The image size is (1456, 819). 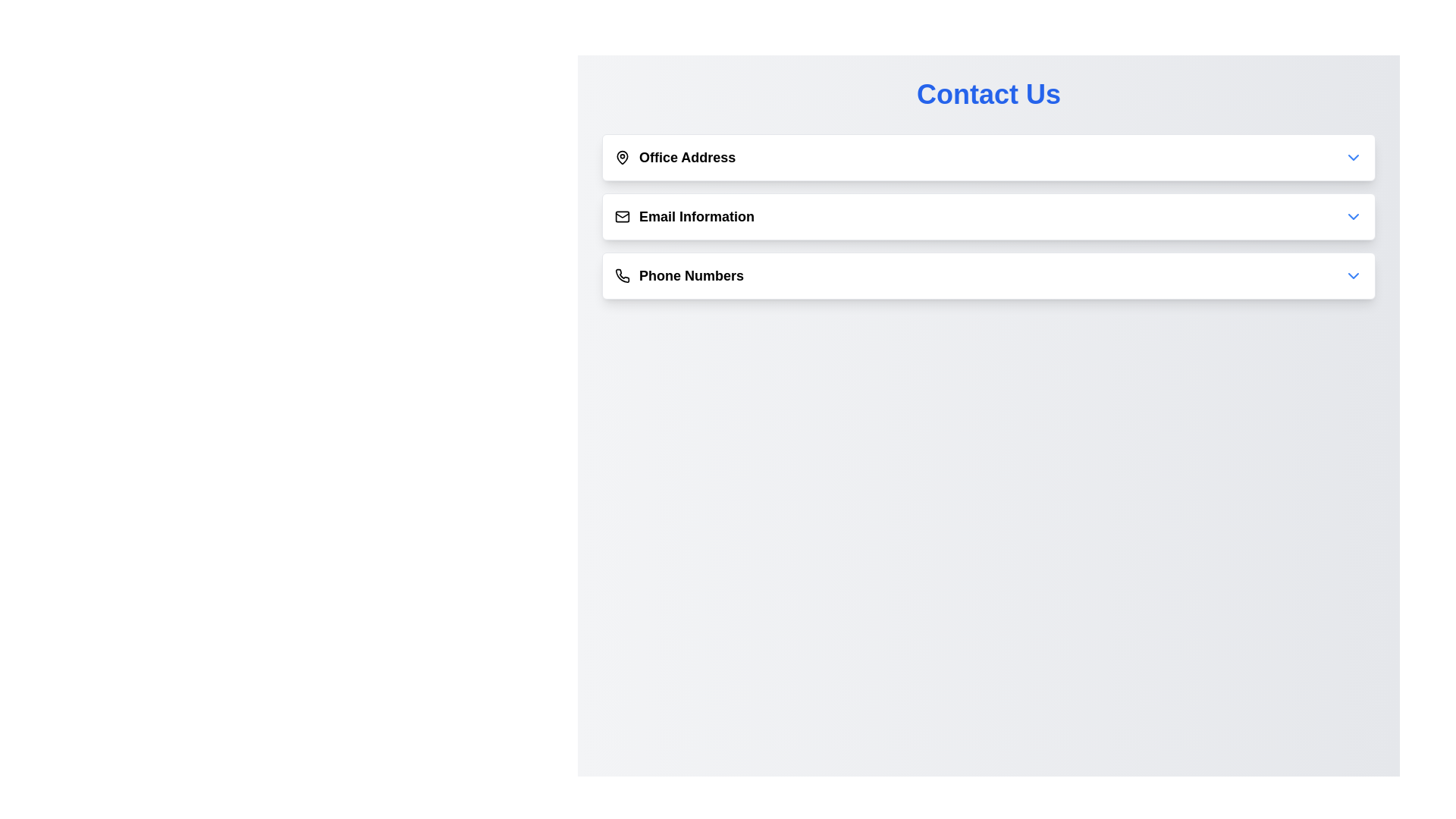 What do you see at coordinates (696, 216) in the screenshot?
I see `the Text Label that serves as the header for the email contact information section, positioned below the 'Contact Us' title` at bounding box center [696, 216].